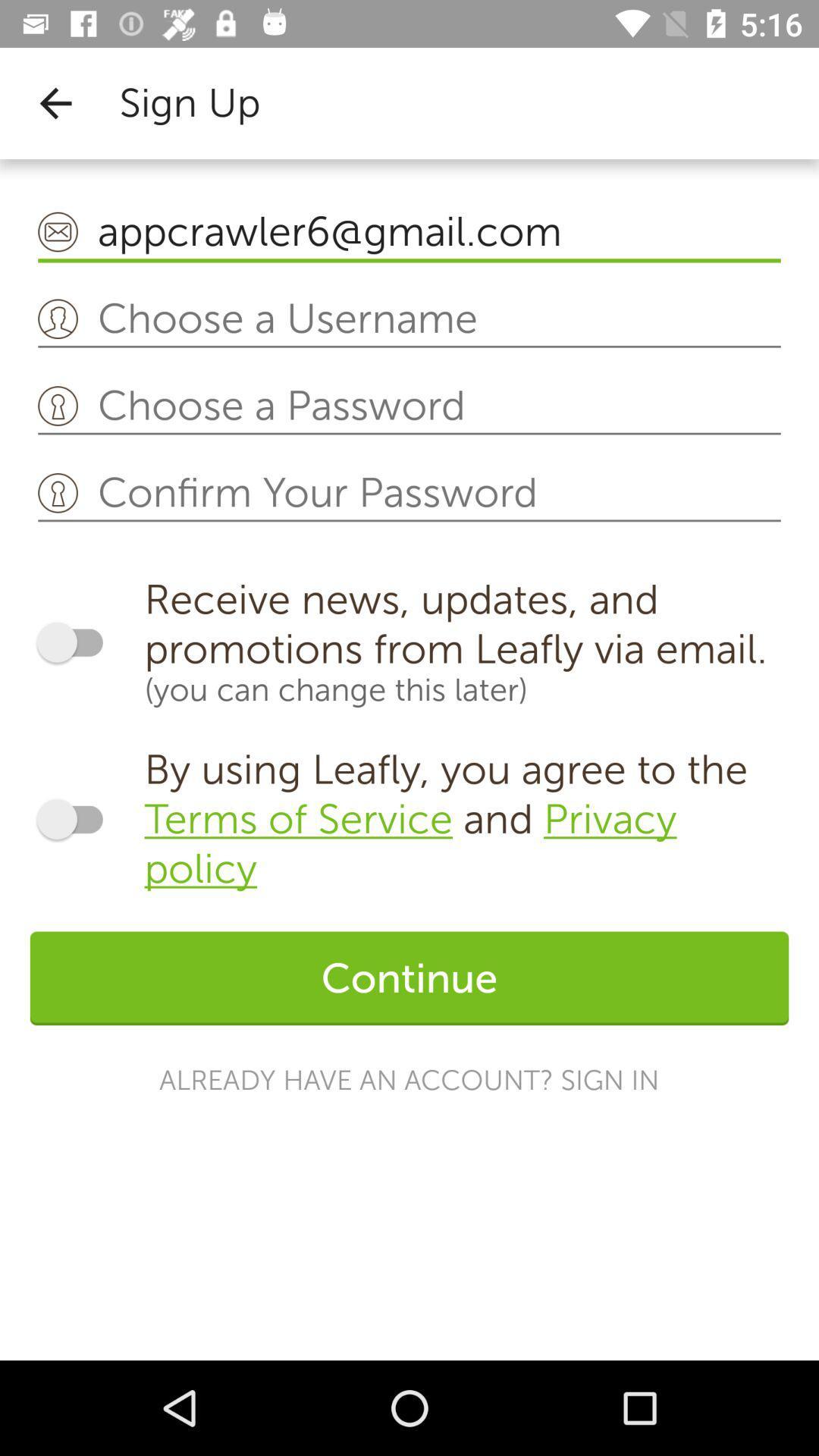 The image size is (819, 1456). I want to click on the icon below the continue item, so click(408, 1080).